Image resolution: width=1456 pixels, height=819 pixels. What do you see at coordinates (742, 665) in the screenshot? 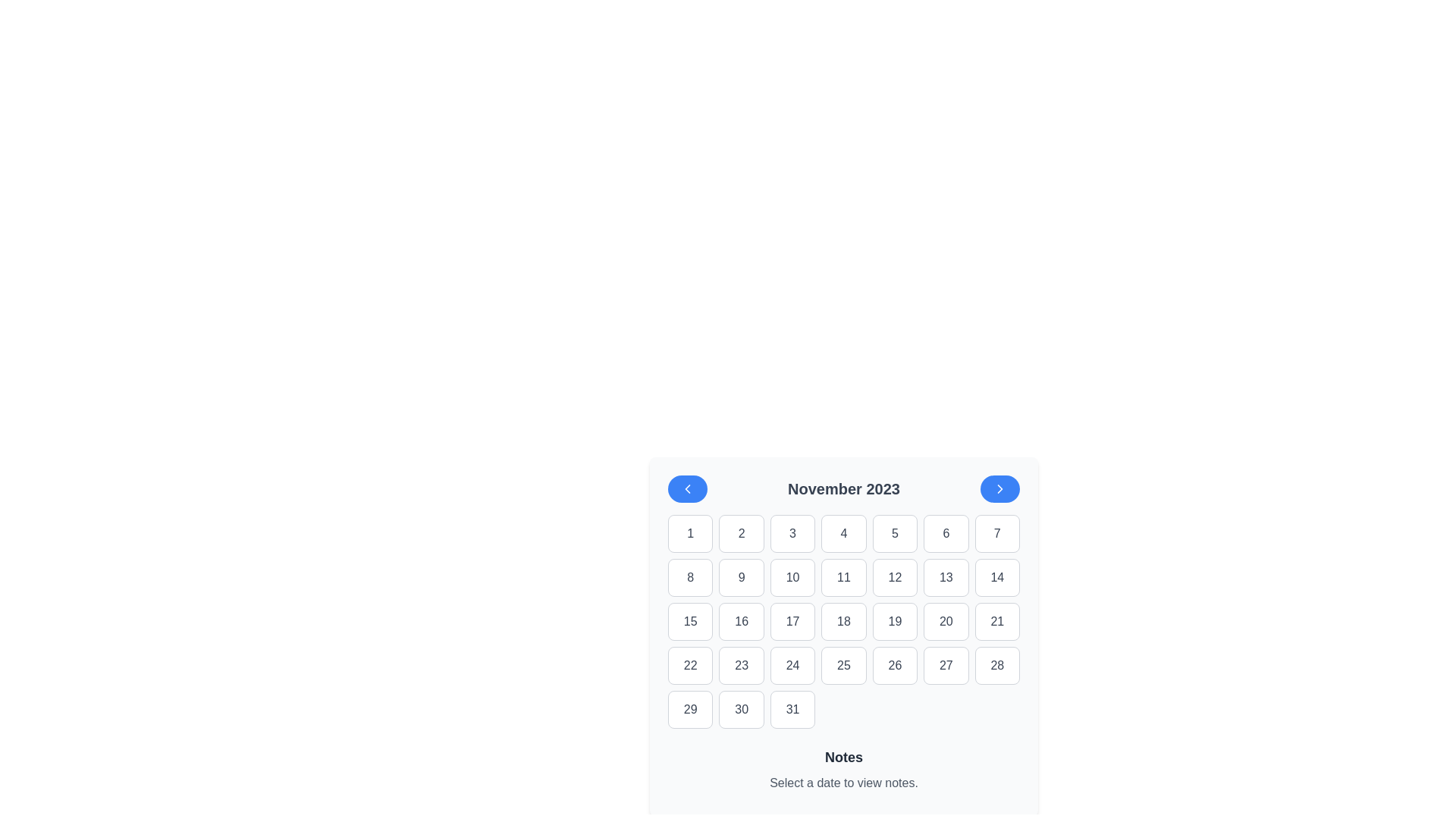
I see `the calendar date selector button for the 23rd day located in the fourth row, second column of the grid` at bounding box center [742, 665].